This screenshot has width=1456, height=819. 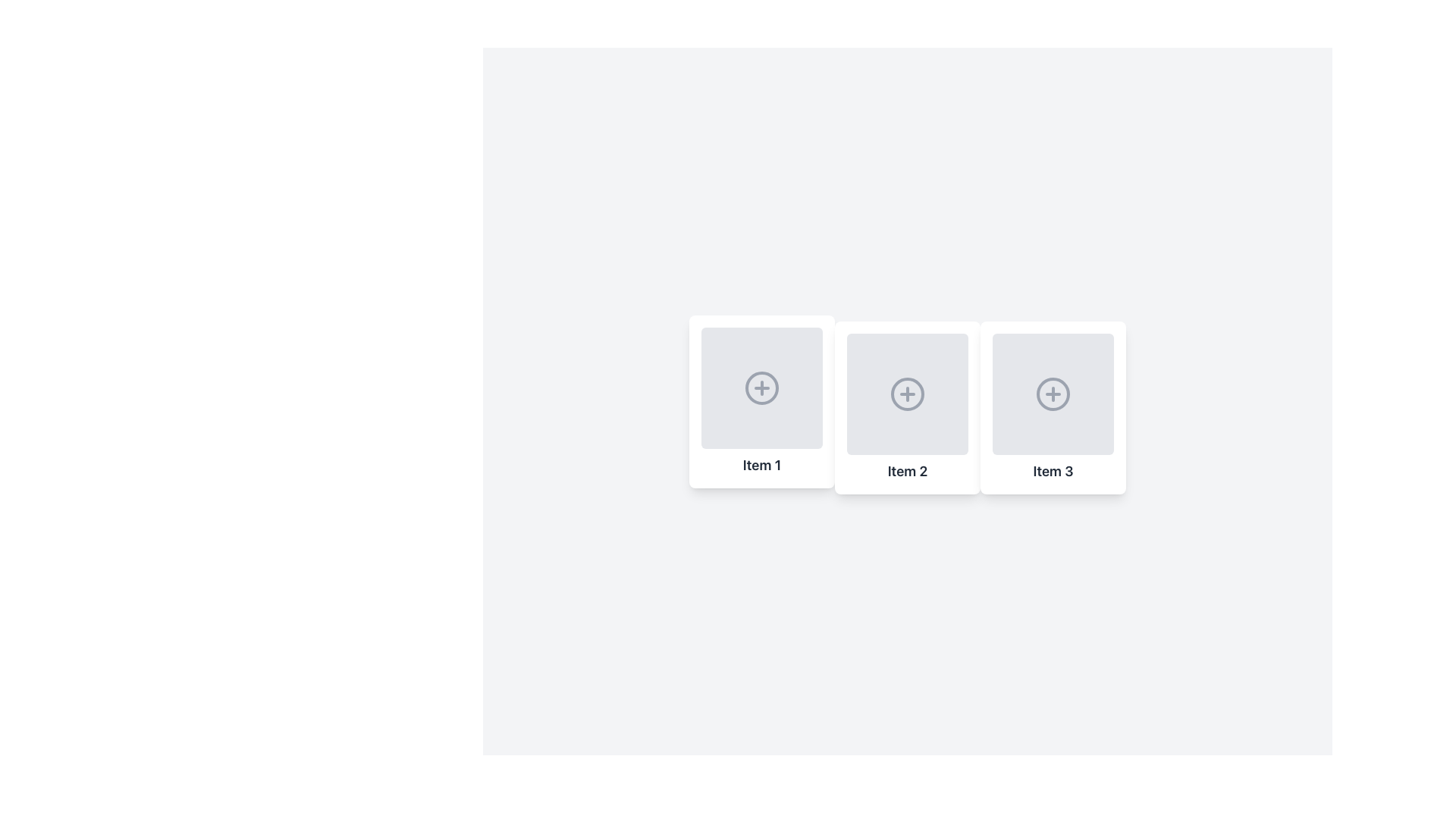 What do you see at coordinates (1052, 393) in the screenshot?
I see `the circular icon button with a plus sign (+) located in the third card labeled 'Item 3'` at bounding box center [1052, 393].